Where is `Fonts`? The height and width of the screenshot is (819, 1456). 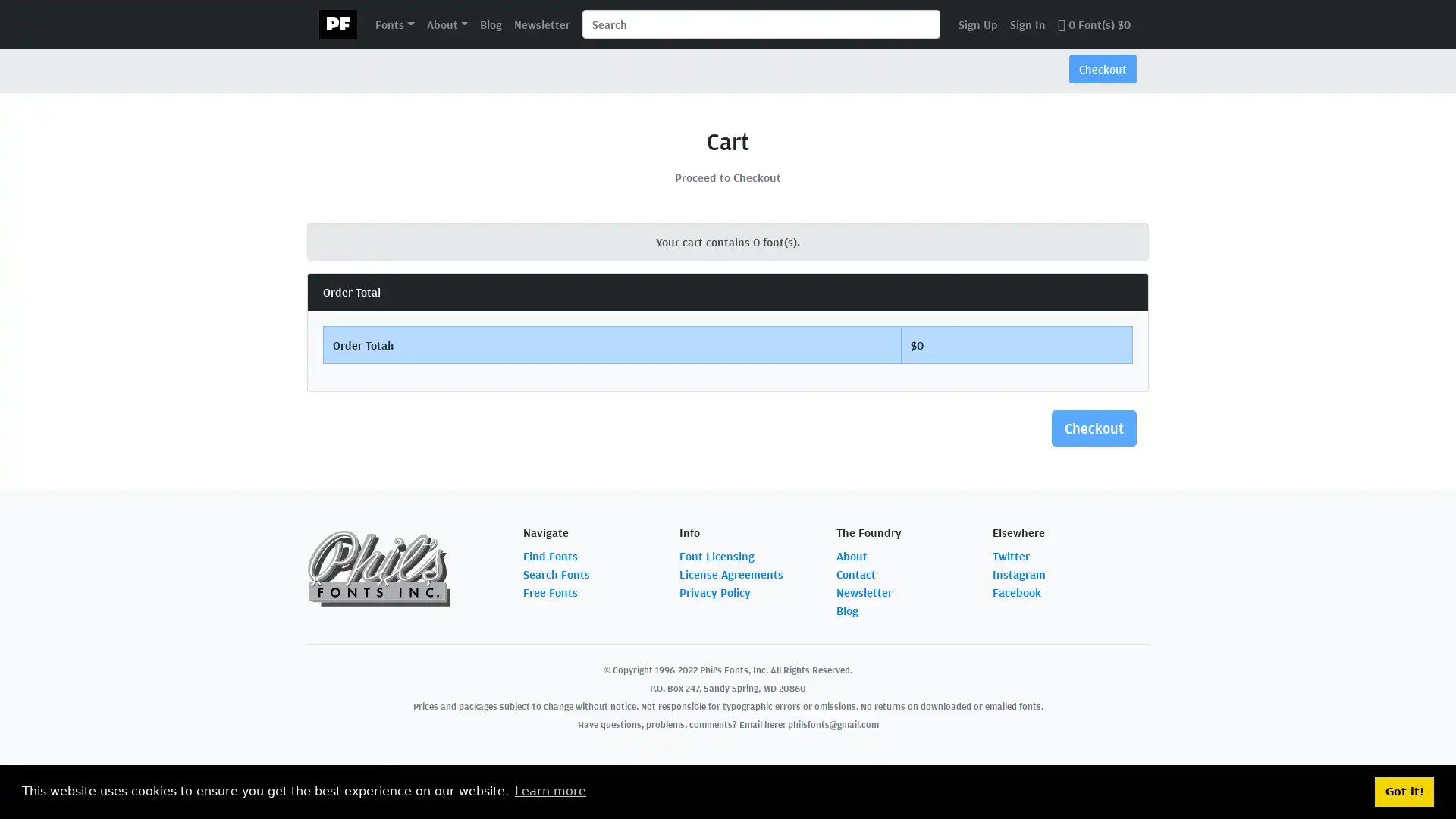 Fonts is located at coordinates (394, 23).